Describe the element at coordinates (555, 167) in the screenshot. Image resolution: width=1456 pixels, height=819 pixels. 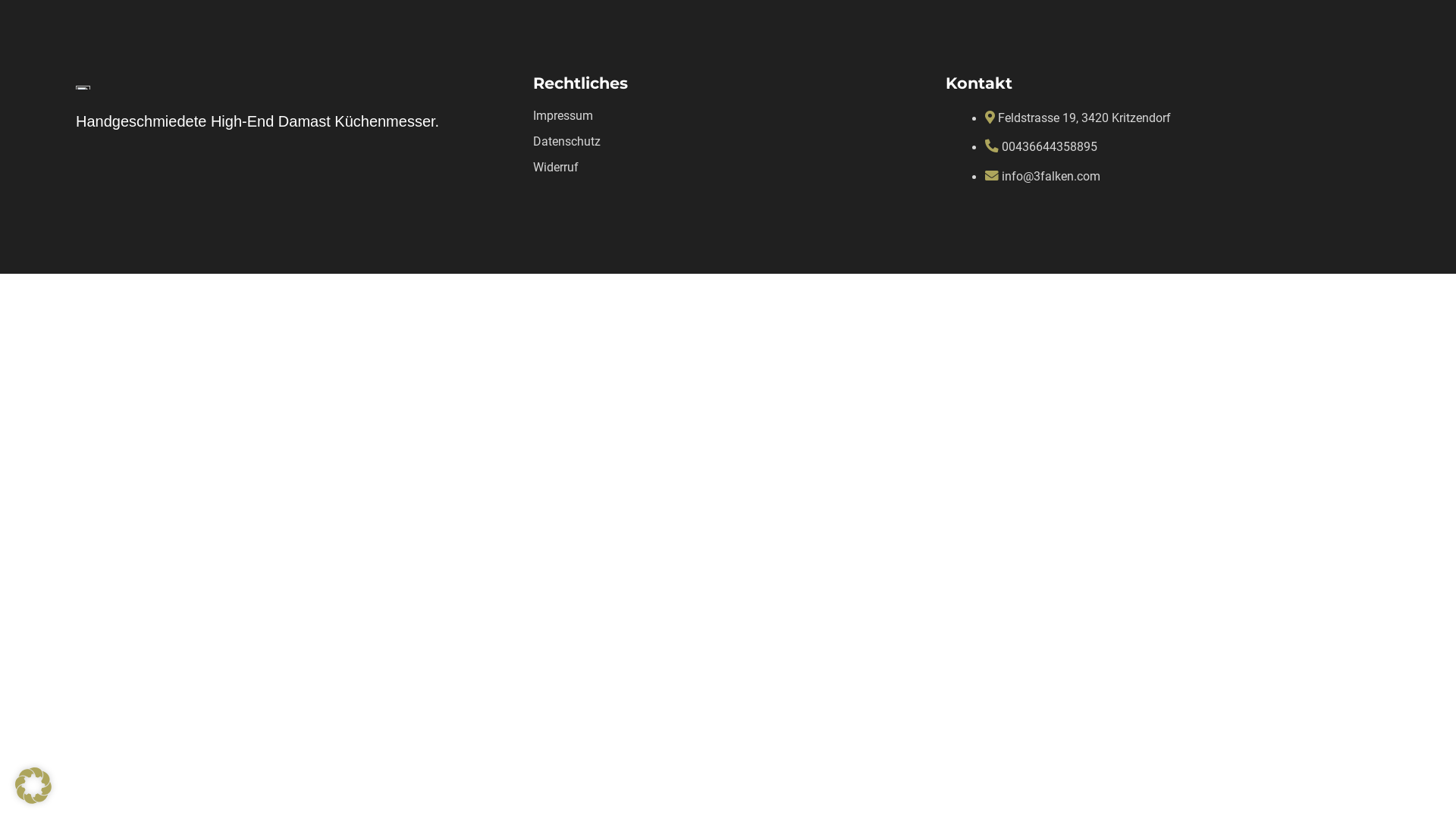
I see `'Widerruf'` at that location.